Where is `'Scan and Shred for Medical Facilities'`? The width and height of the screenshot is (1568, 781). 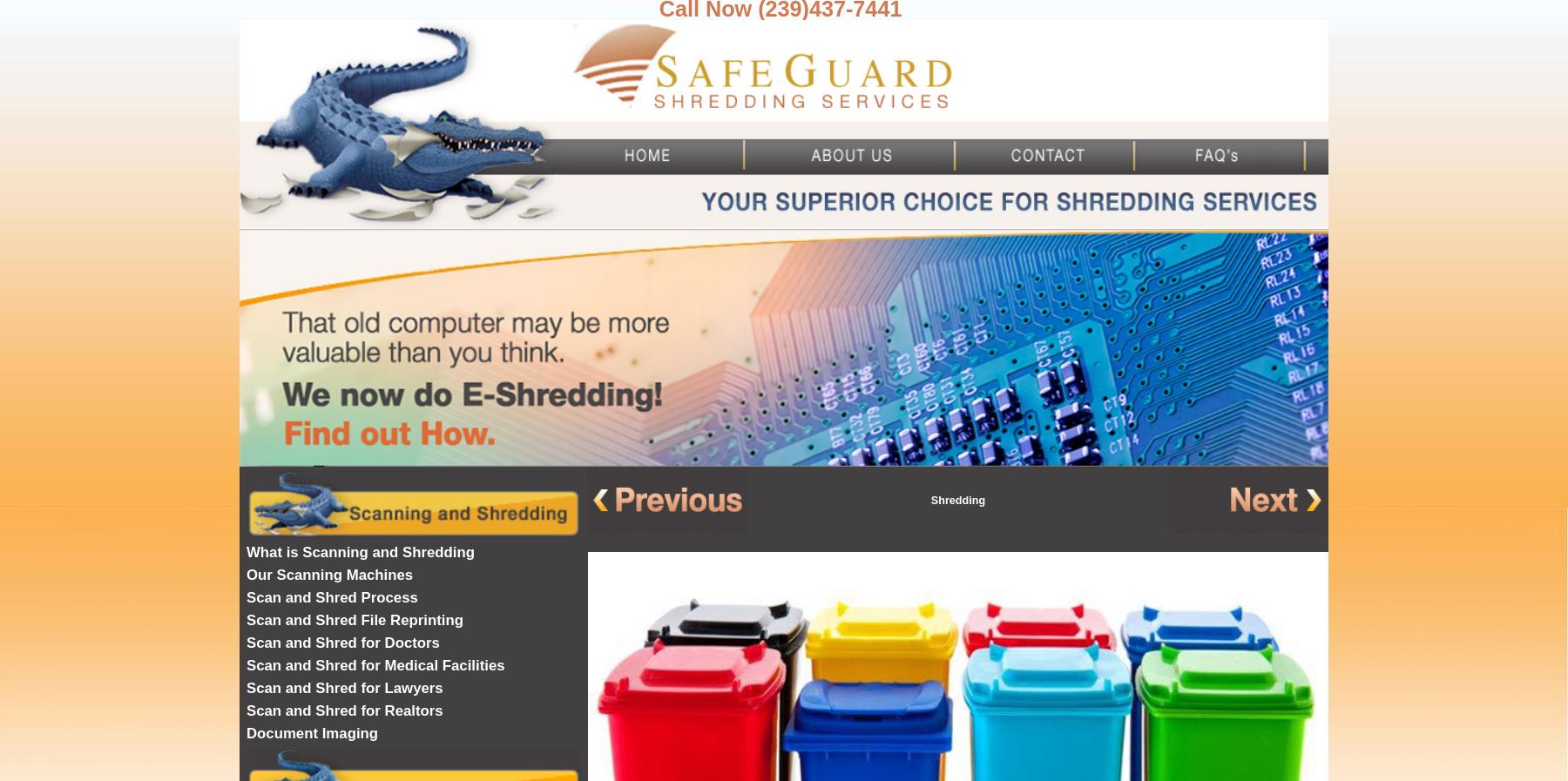 'Scan and Shred for Medical Facilities' is located at coordinates (245, 665).